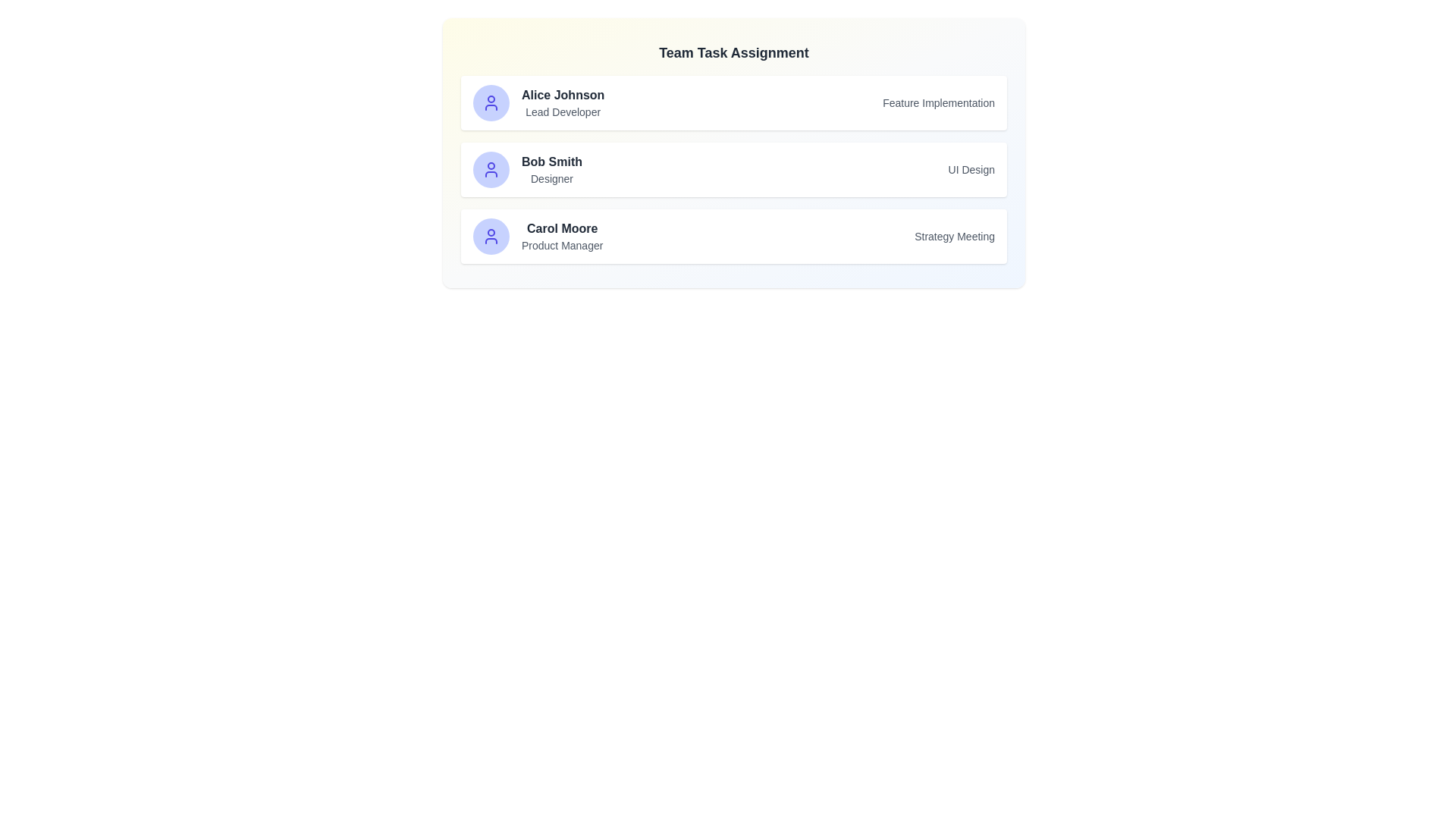 The width and height of the screenshot is (1456, 819). What do you see at coordinates (954, 237) in the screenshot?
I see `the text label displaying information about the meeting type or topic related to Carol Moore, the Product Manager, in the third row of the list` at bounding box center [954, 237].